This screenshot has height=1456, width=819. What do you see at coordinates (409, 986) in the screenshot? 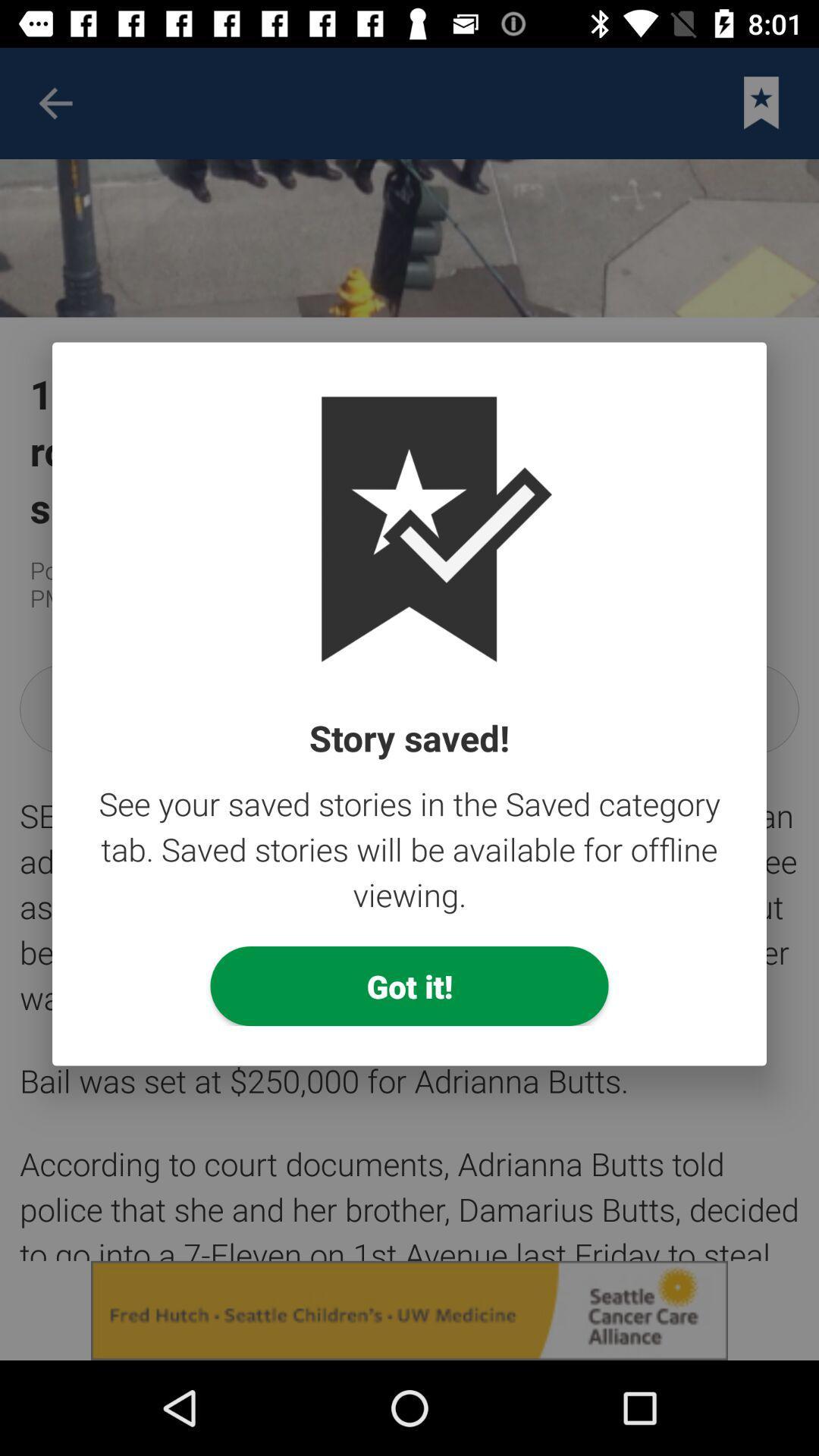
I see `got it! item` at bounding box center [409, 986].